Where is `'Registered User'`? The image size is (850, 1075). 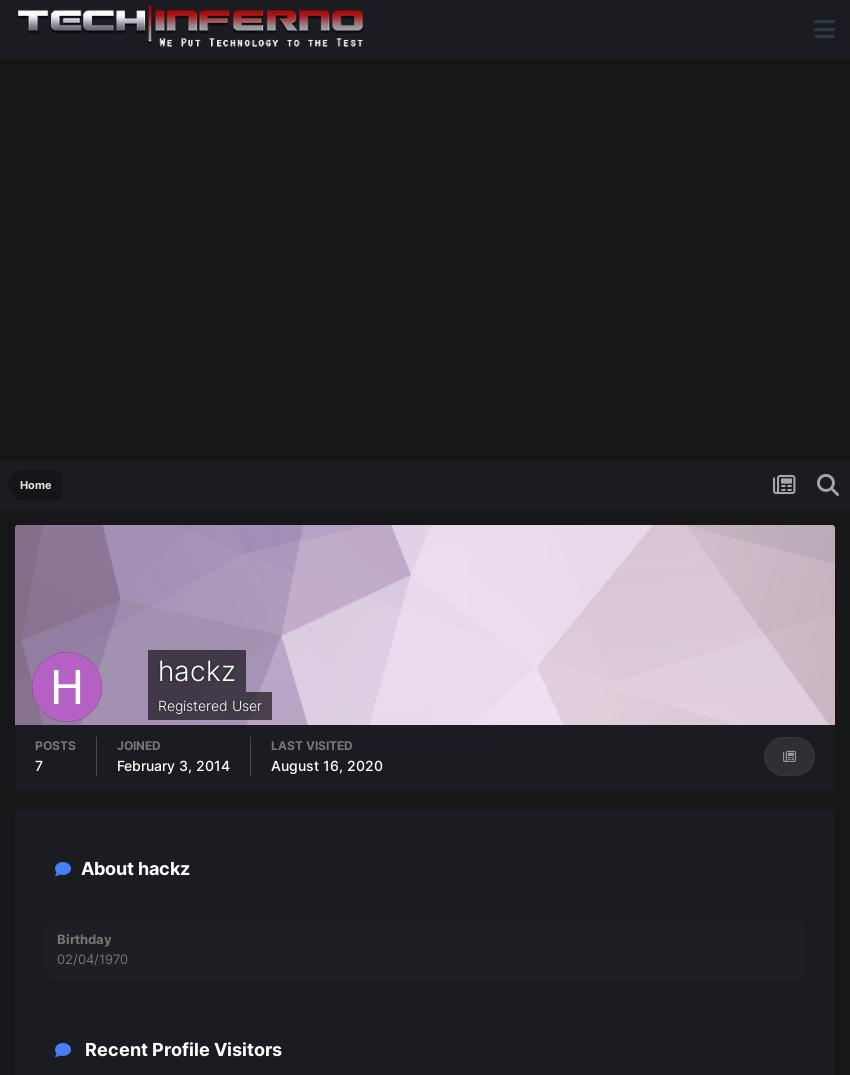 'Registered User' is located at coordinates (209, 704).